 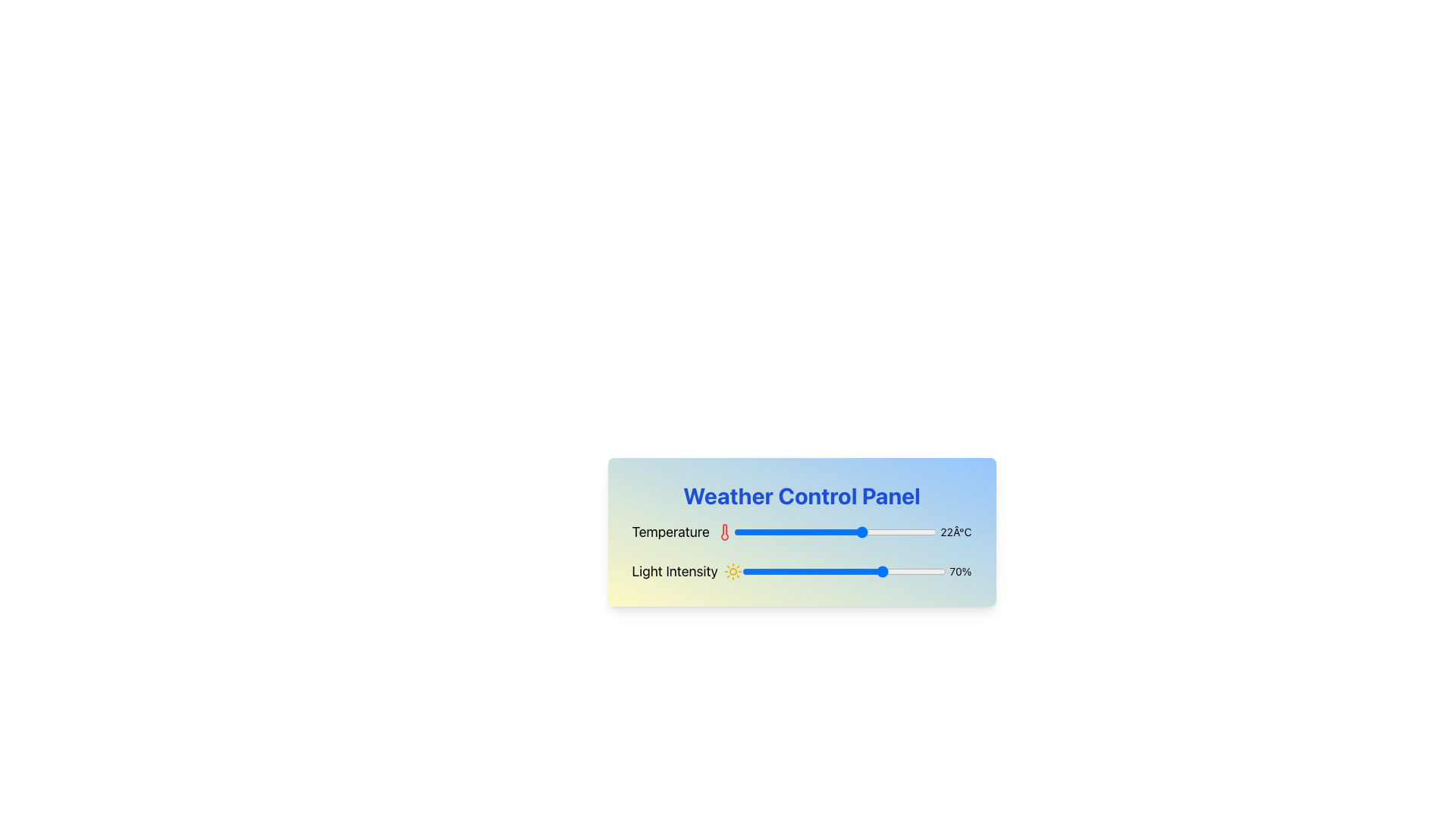 What do you see at coordinates (723, 532) in the screenshot?
I see `the temperature icon located to the right of the 'Temperature' label in the top-left section of the 'Weather Control Panel' card` at bounding box center [723, 532].